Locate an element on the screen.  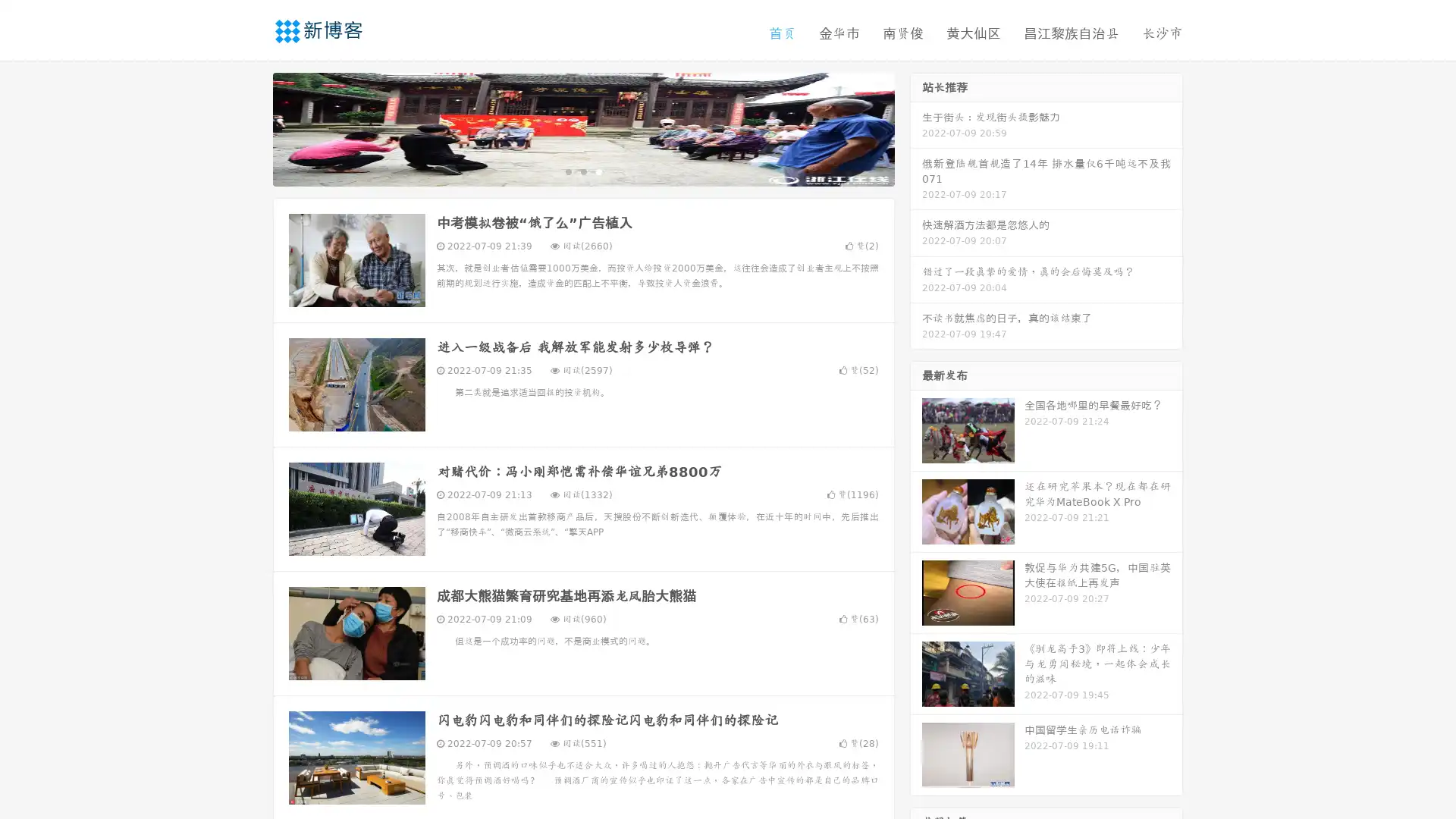
Go to slide 3 is located at coordinates (598, 171).